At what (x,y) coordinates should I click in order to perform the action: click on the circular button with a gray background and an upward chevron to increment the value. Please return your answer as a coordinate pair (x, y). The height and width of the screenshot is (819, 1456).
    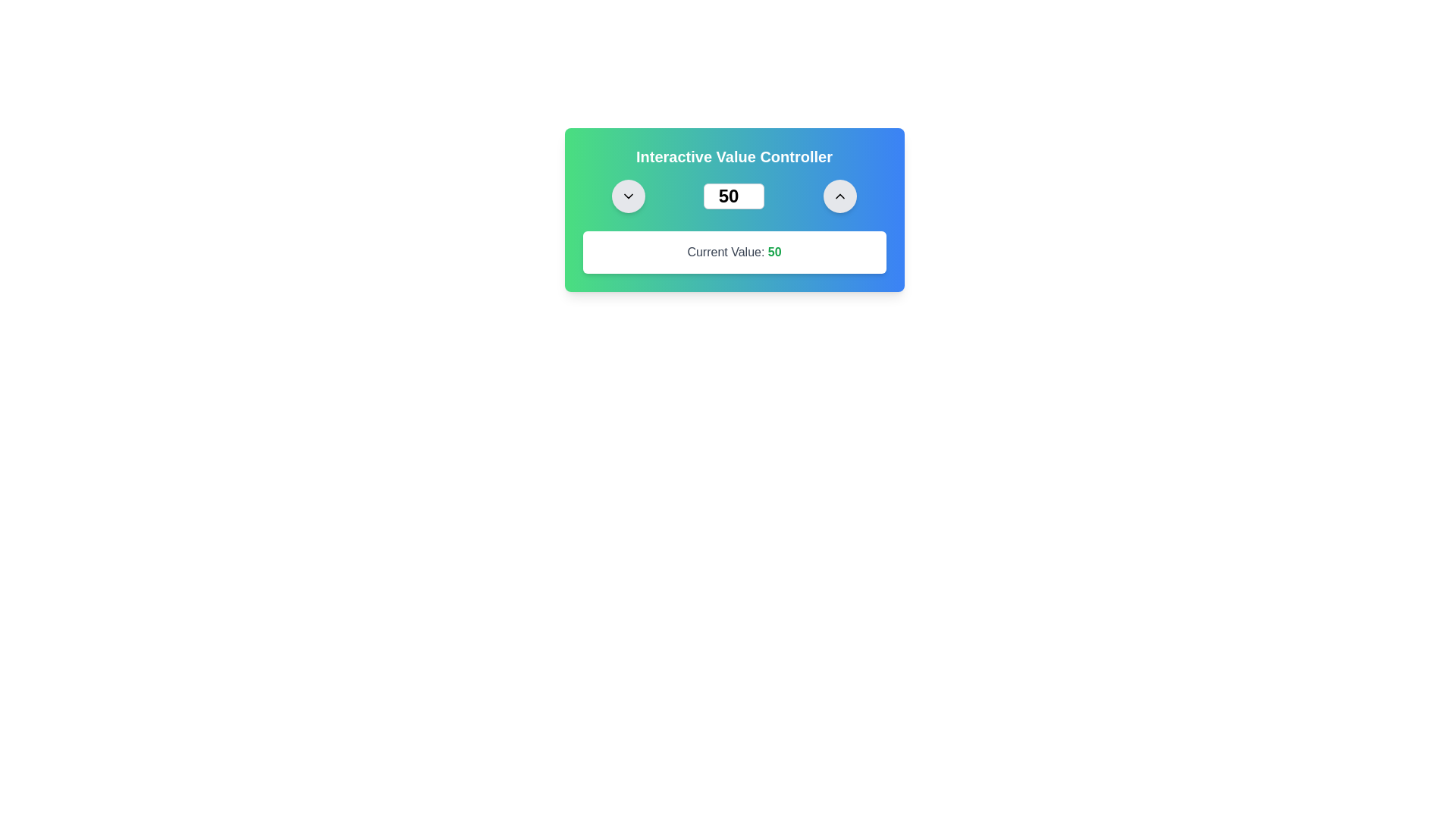
    Looking at the image, I should click on (839, 195).